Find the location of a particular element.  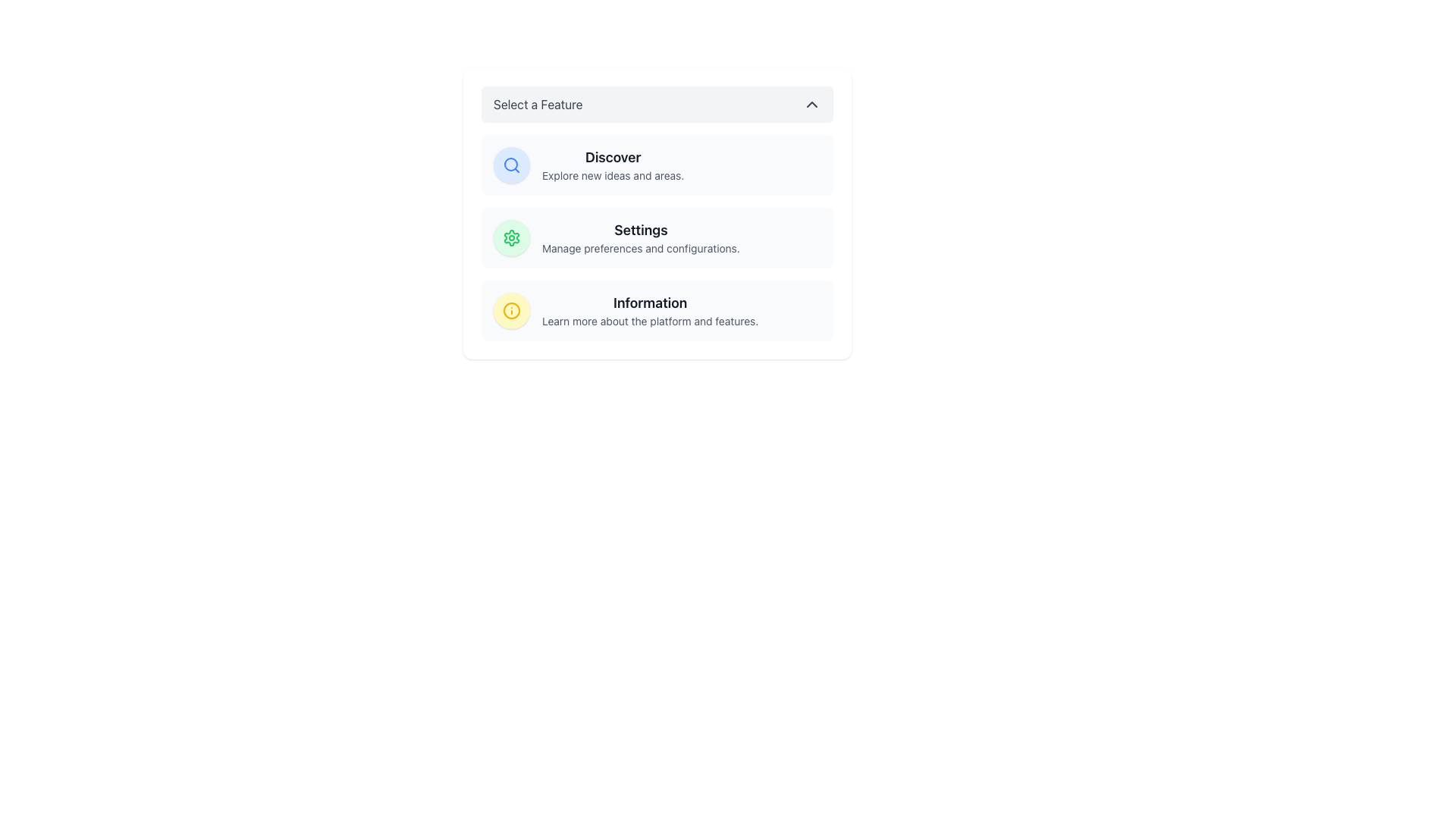

the blue circular icon with a magnifying glass symbol, located to the left of the 'Discover' label in the topmost option group is located at coordinates (512, 165).